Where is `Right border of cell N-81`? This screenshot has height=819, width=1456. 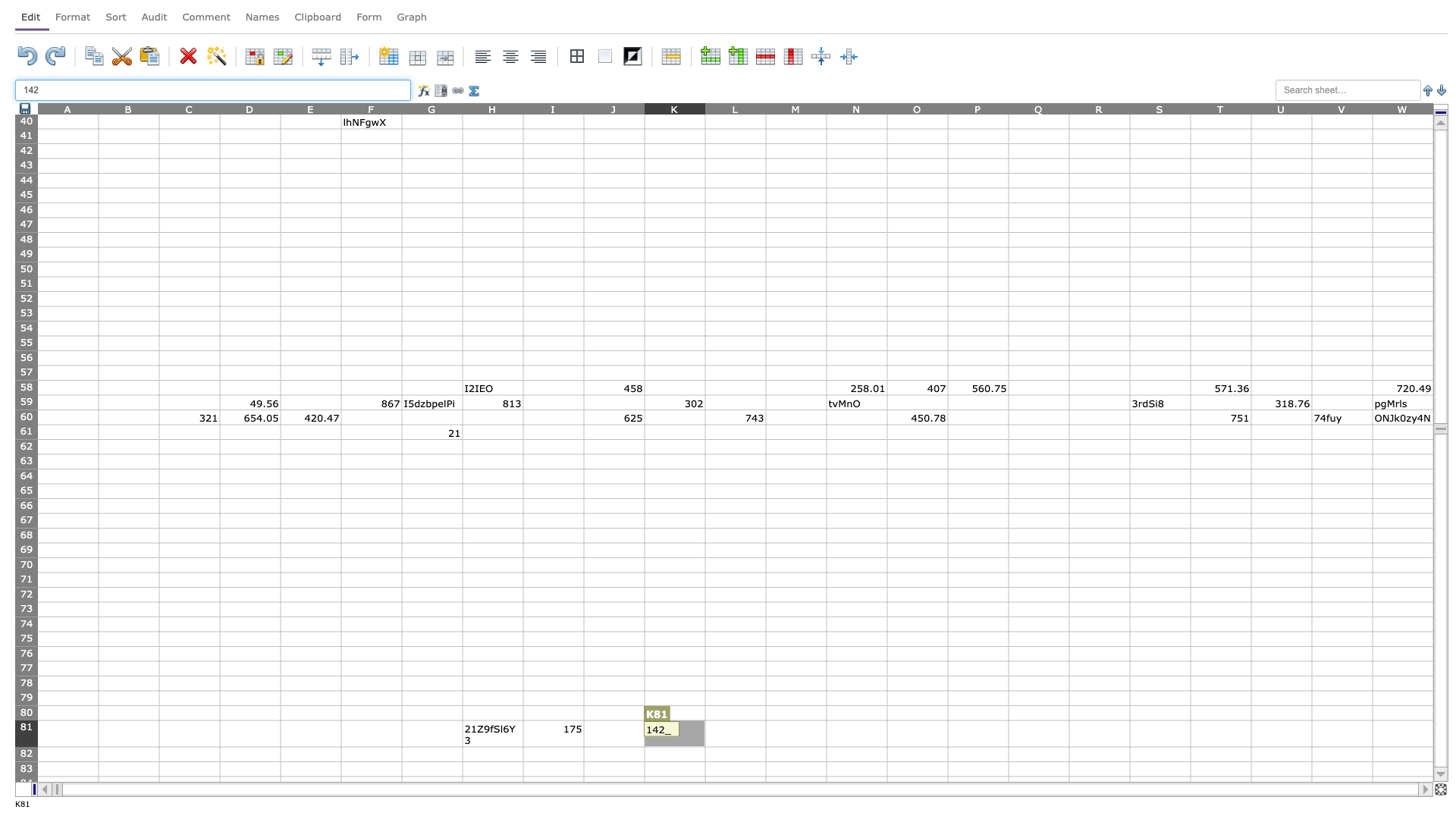 Right border of cell N-81 is located at coordinates (887, 733).